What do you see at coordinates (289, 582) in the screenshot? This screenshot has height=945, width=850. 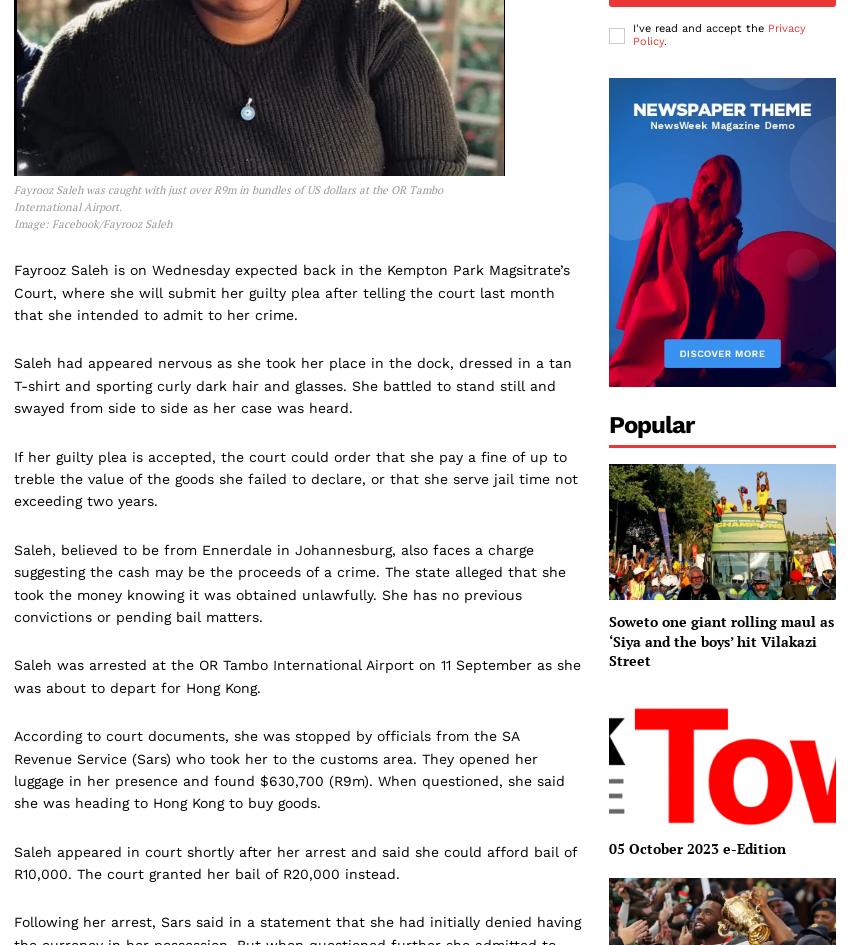 I see `'Saleh‚ believed to be from Ennerdale in Johannesburg‚ also faces a charge suggesting the cash may be the proceeds of a crime. The state alleged that she took the money knowing it was obtained unlawfully. She has no previous convictions or pending bail matters.'` at bounding box center [289, 582].